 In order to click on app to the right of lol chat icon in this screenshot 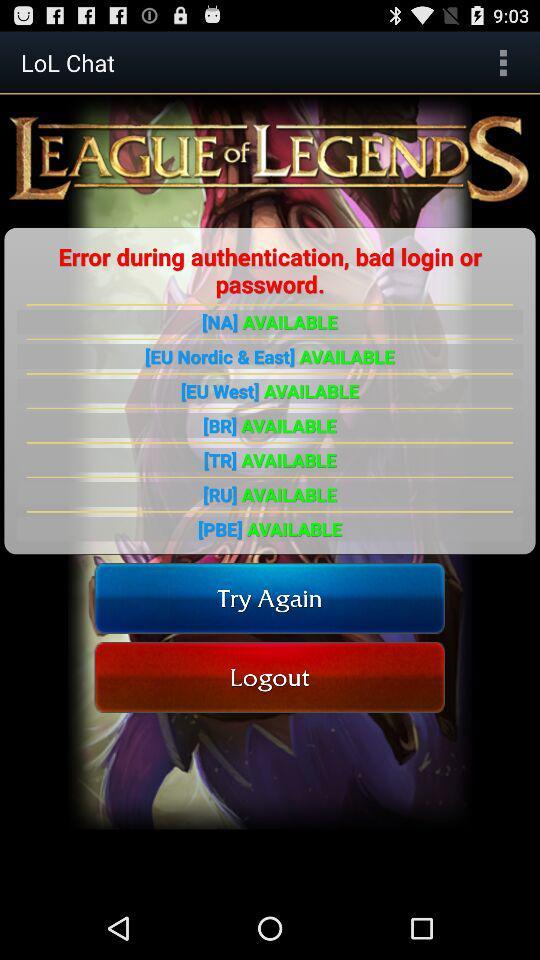, I will do `click(502, 62)`.